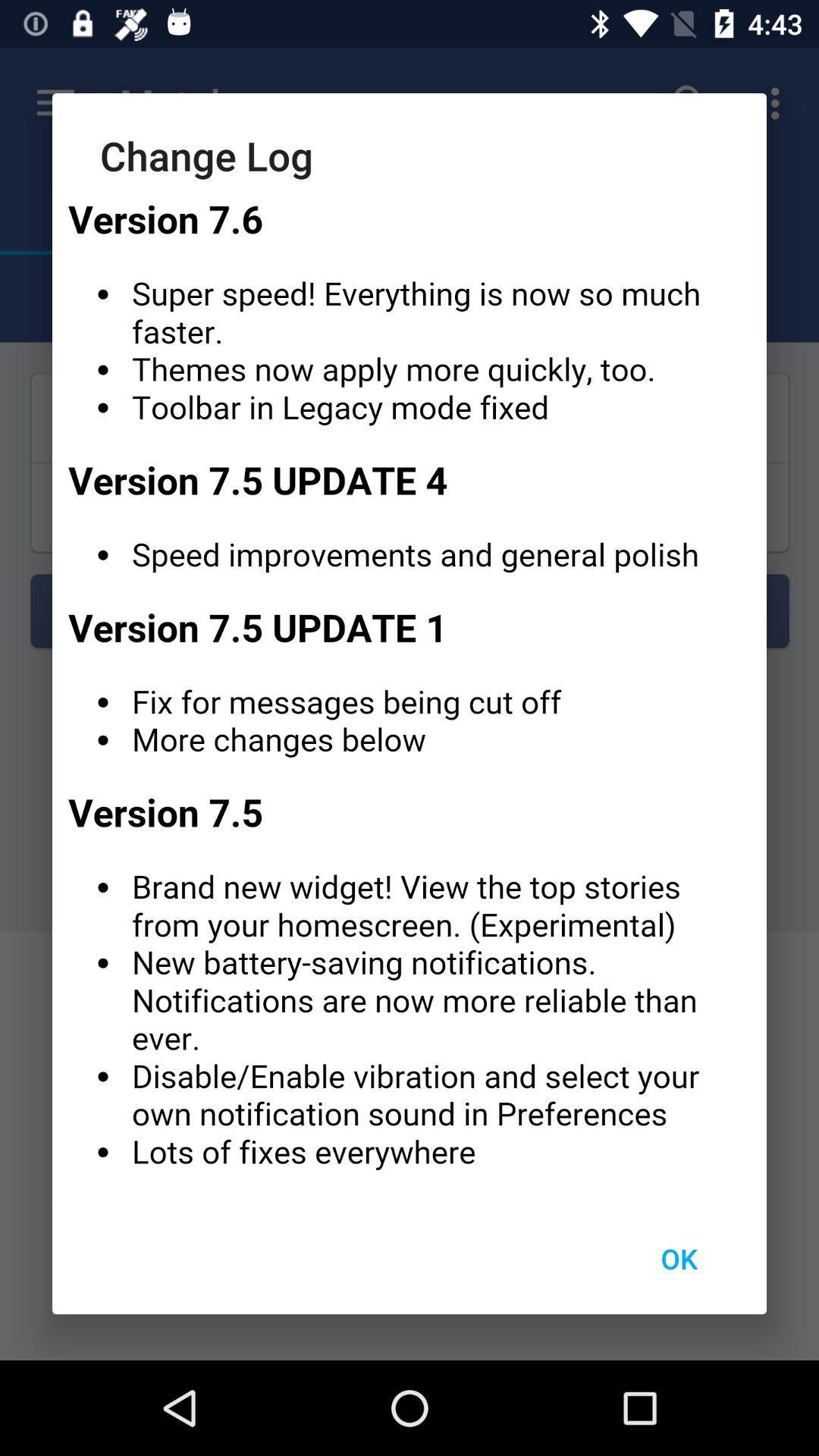  I want to click on change log page, so click(409, 692).